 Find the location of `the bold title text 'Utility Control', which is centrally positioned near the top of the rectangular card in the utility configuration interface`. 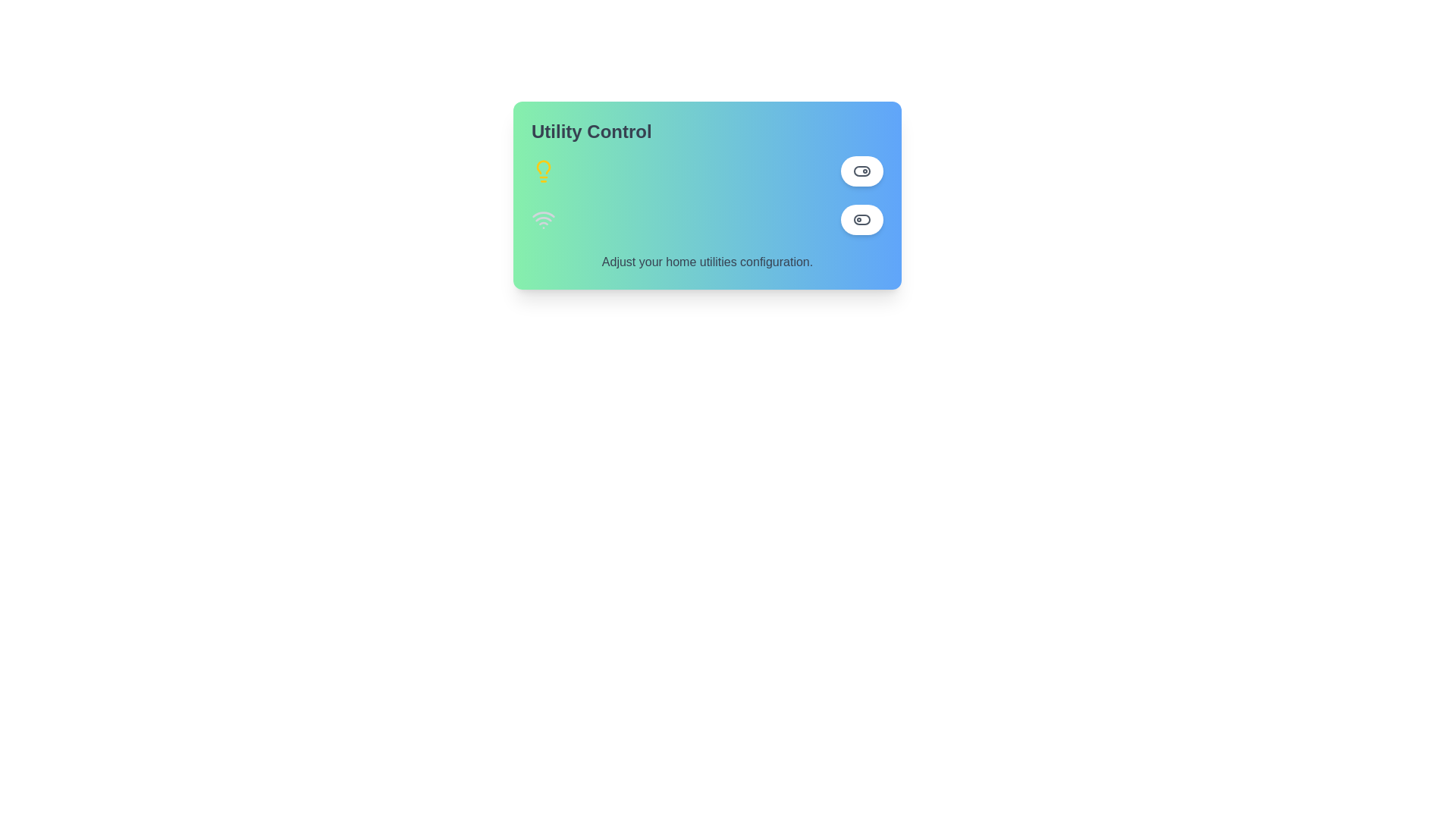

the bold title text 'Utility Control', which is centrally positioned near the top of the rectangular card in the utility configuration interface is located at coordinates (591, 130).